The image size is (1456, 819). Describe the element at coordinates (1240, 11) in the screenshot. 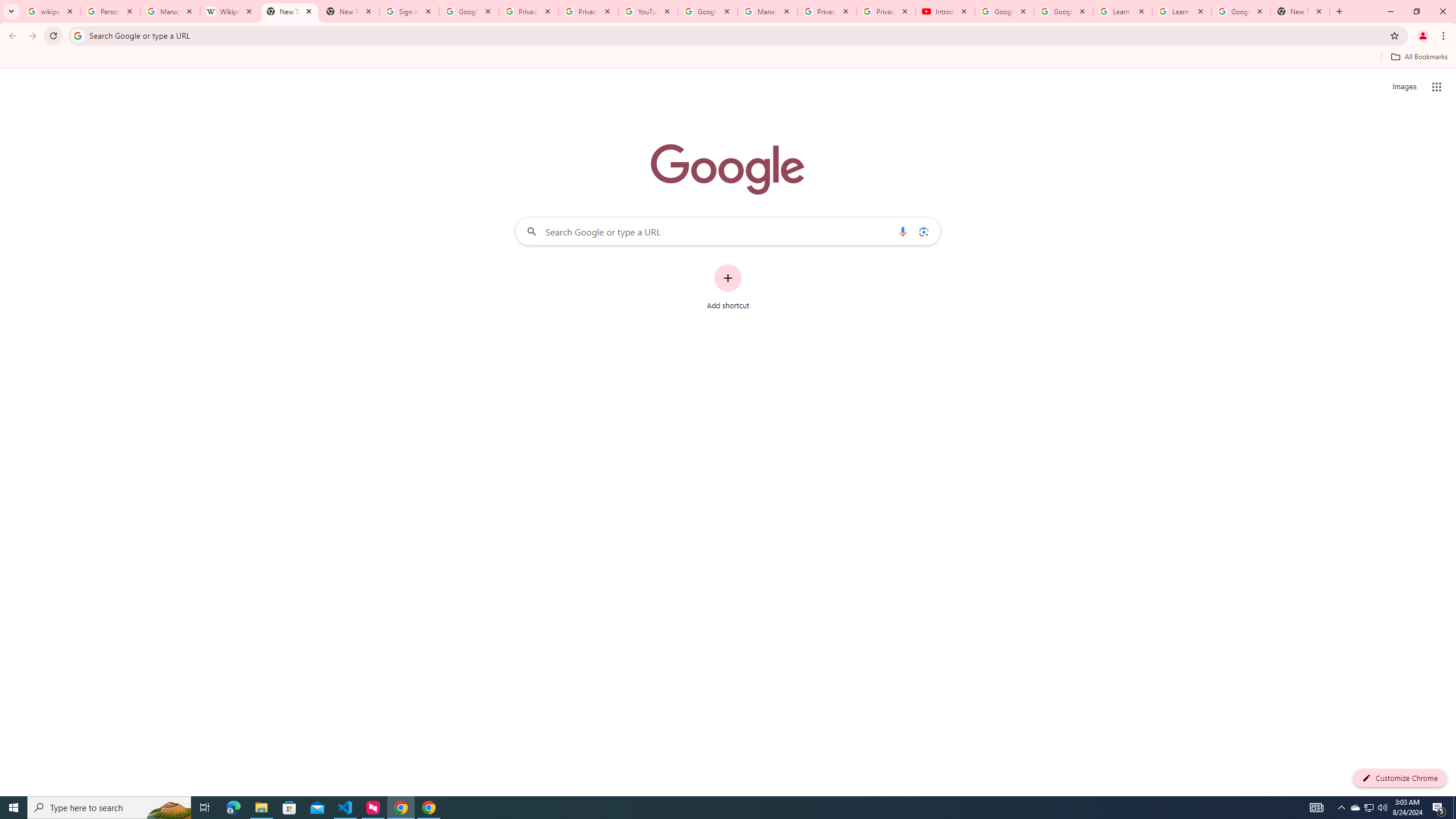

I see `'Google Account'` at that location.